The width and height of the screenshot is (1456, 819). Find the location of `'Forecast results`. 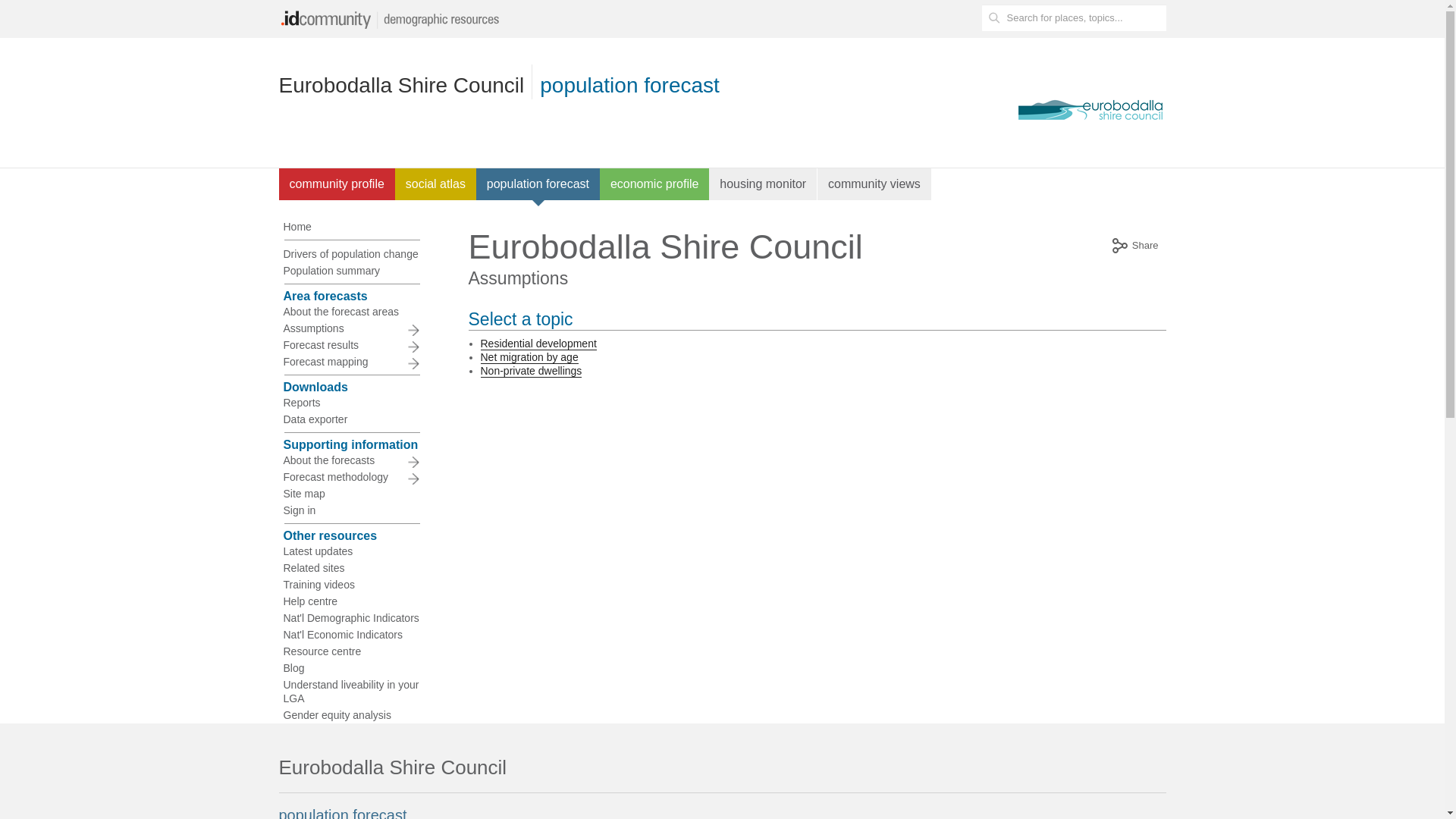

'Forecast results is located at coordinates (279, 345).